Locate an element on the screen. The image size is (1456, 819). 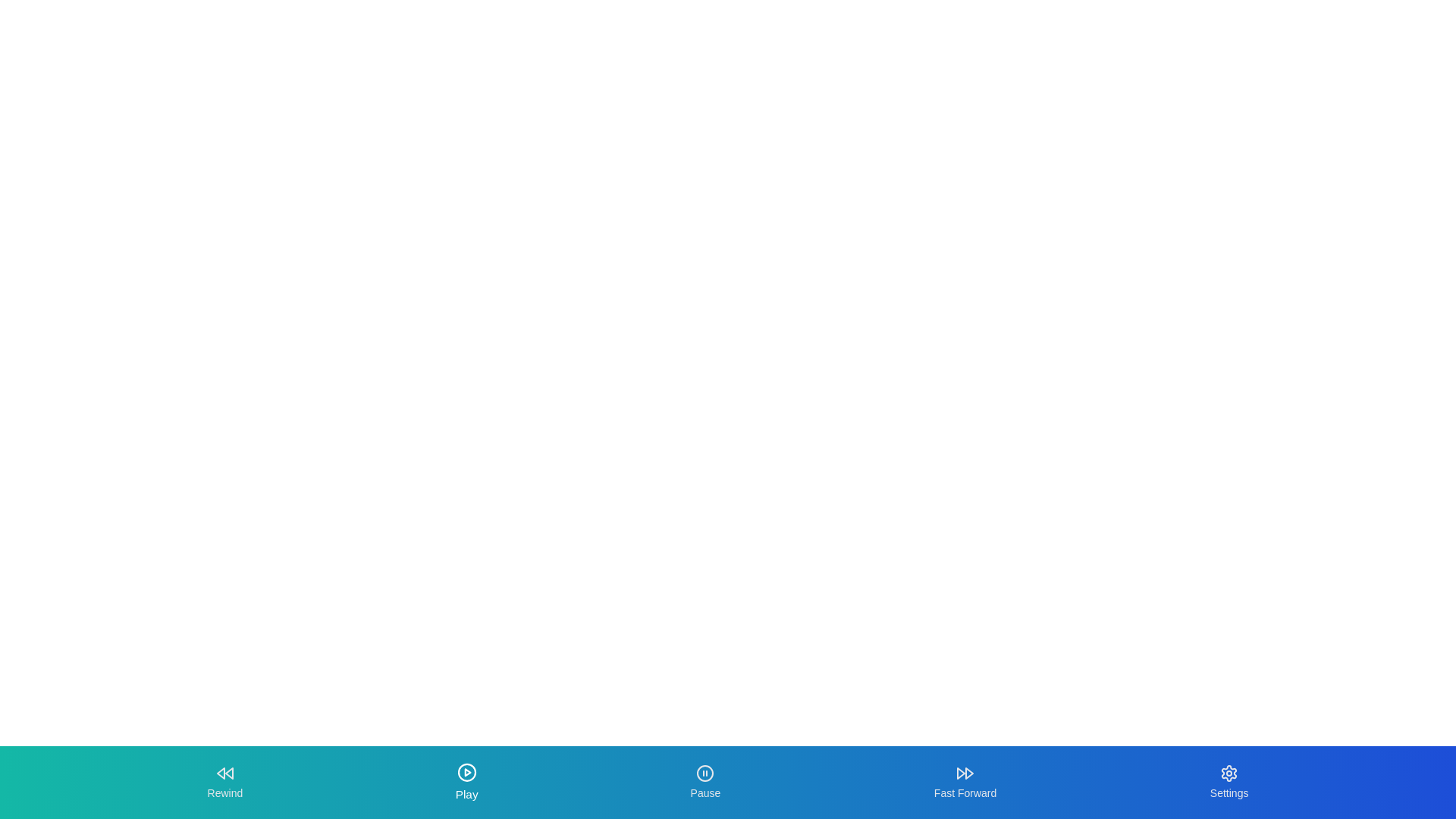
the Fast Forward tab by clicking its button is located at coordinates (965, 783).